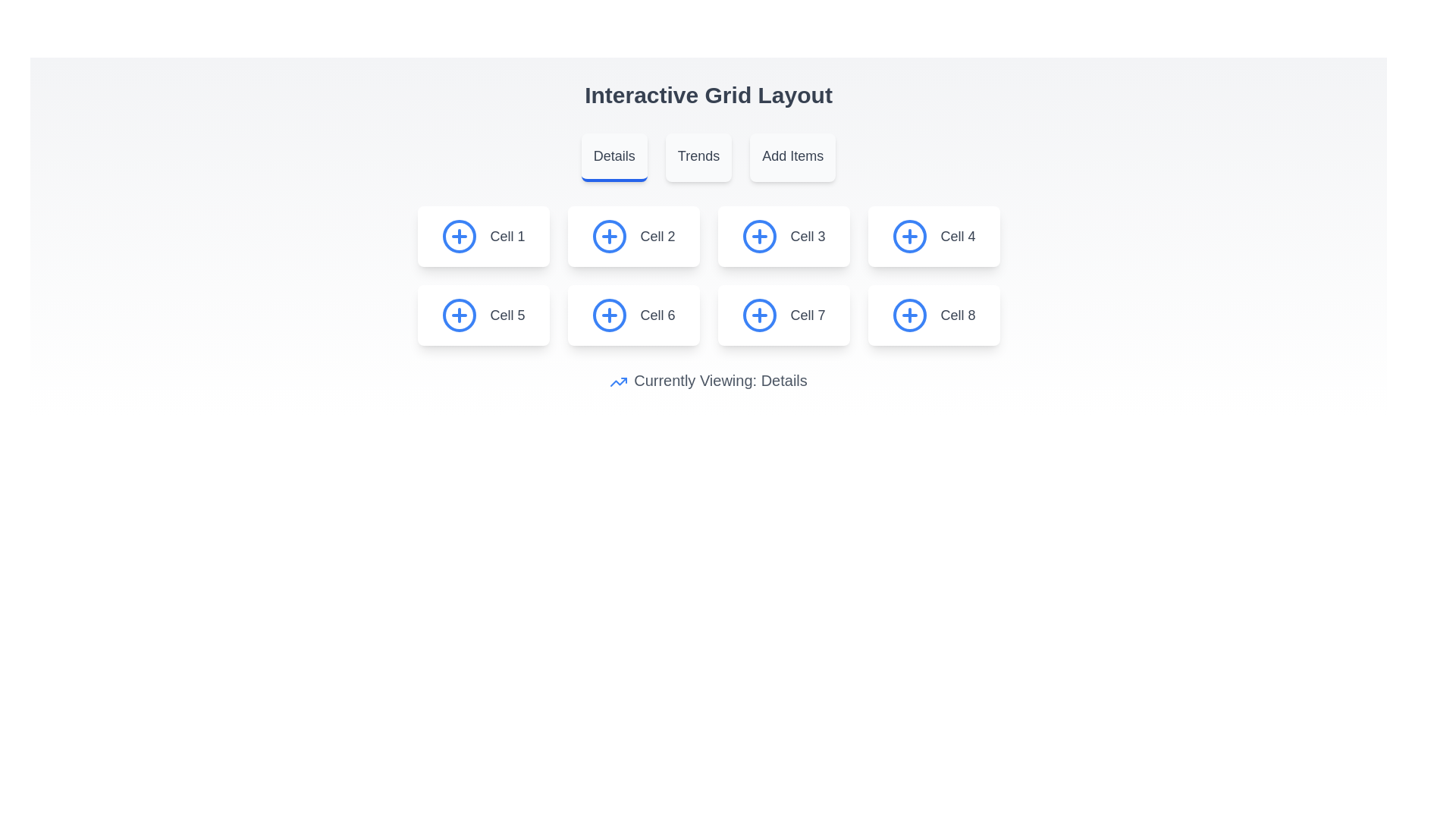  Describe the element at coordinates (783, 315) in the screenshot. I see `the seventh card in the grid, which has a blue circular icon with a '+' symbol and the text 'Cell 7'` at that location.